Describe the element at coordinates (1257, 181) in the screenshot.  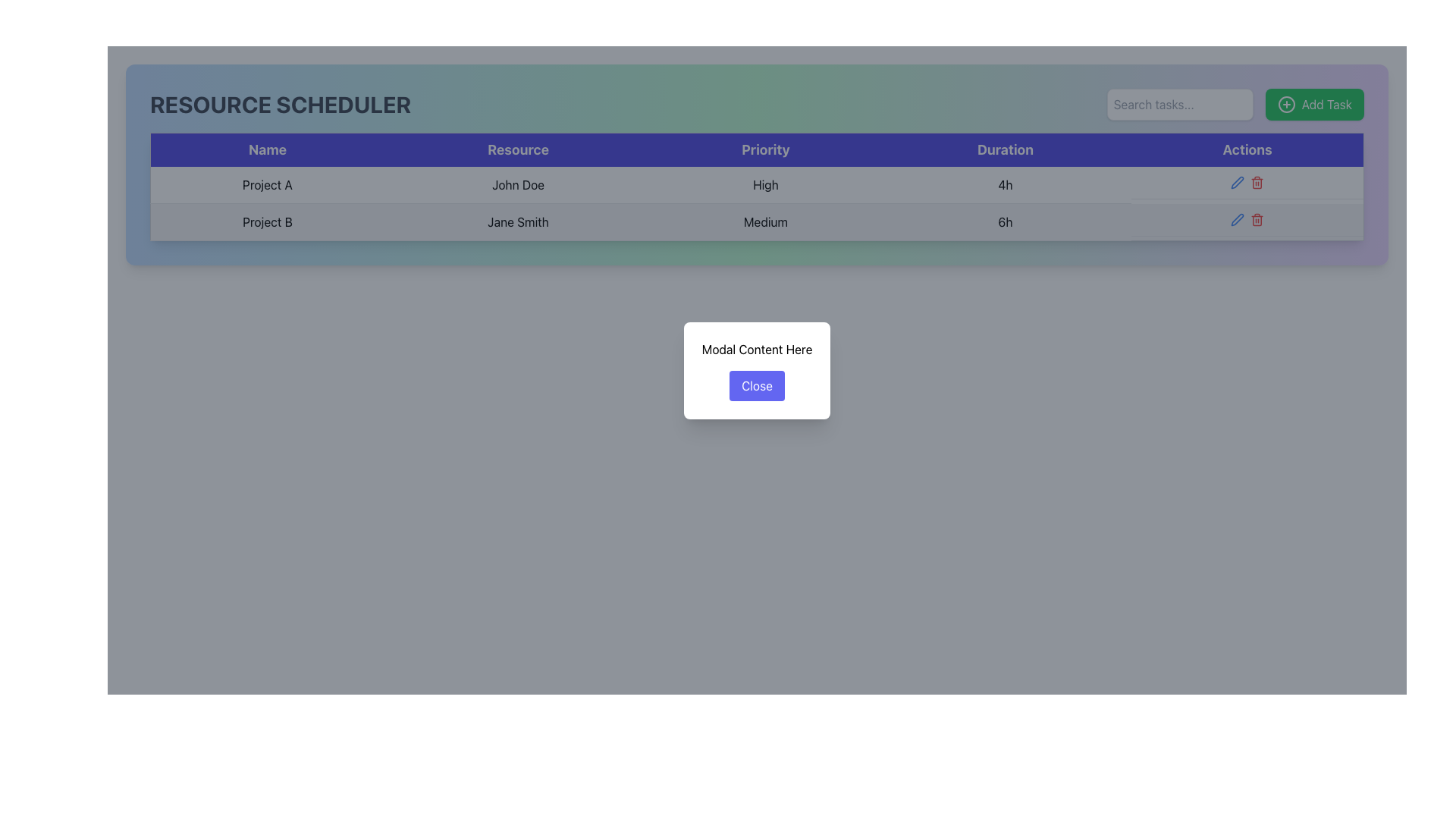
I see `the delete button with an icon located in the 'Actions' column of the second row in the table` at that location.